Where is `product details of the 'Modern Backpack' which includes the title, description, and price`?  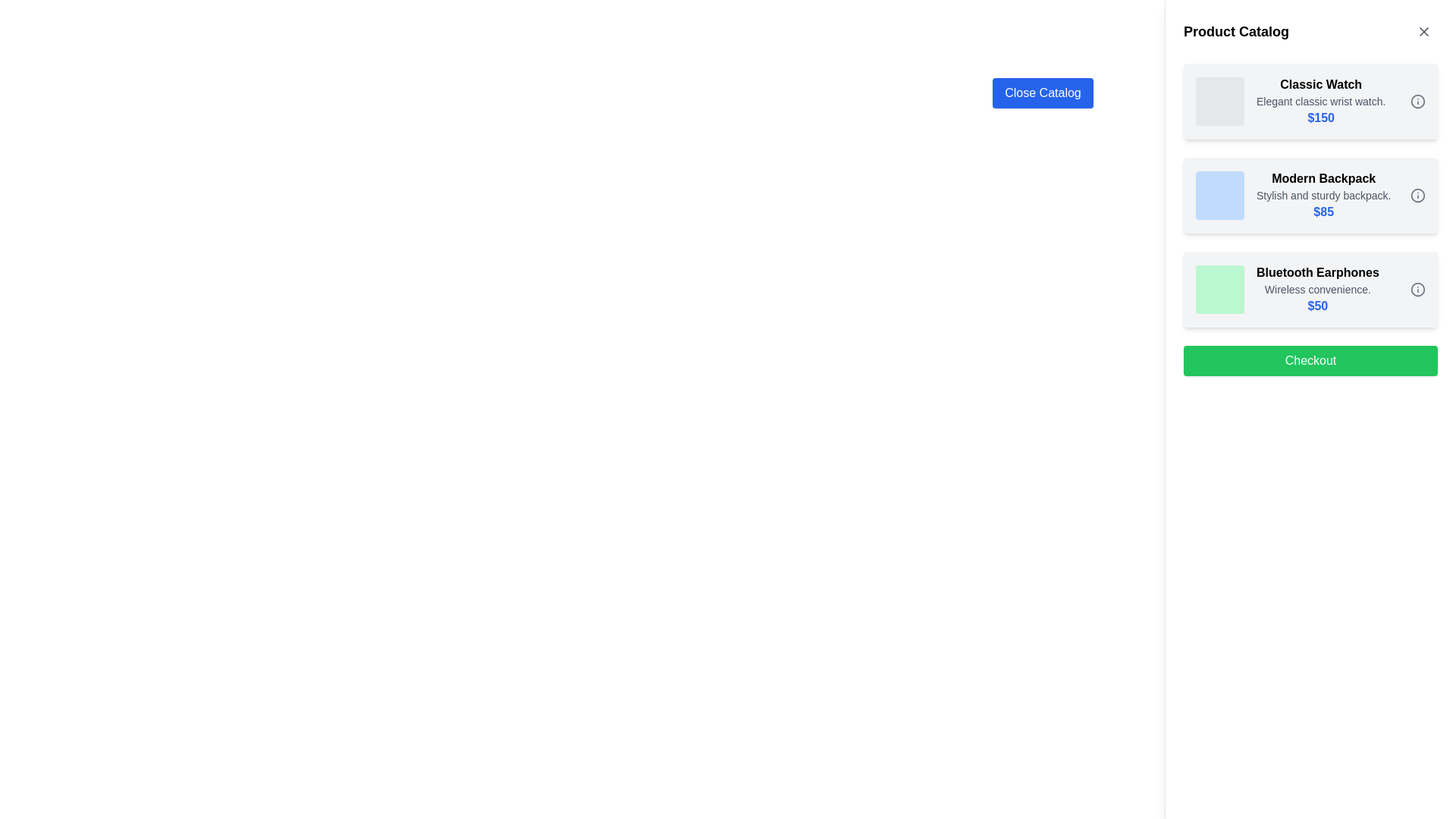 product details of the 'Modern Backpack' which includes the title, description, and price is located at coordinates (1323, 195).